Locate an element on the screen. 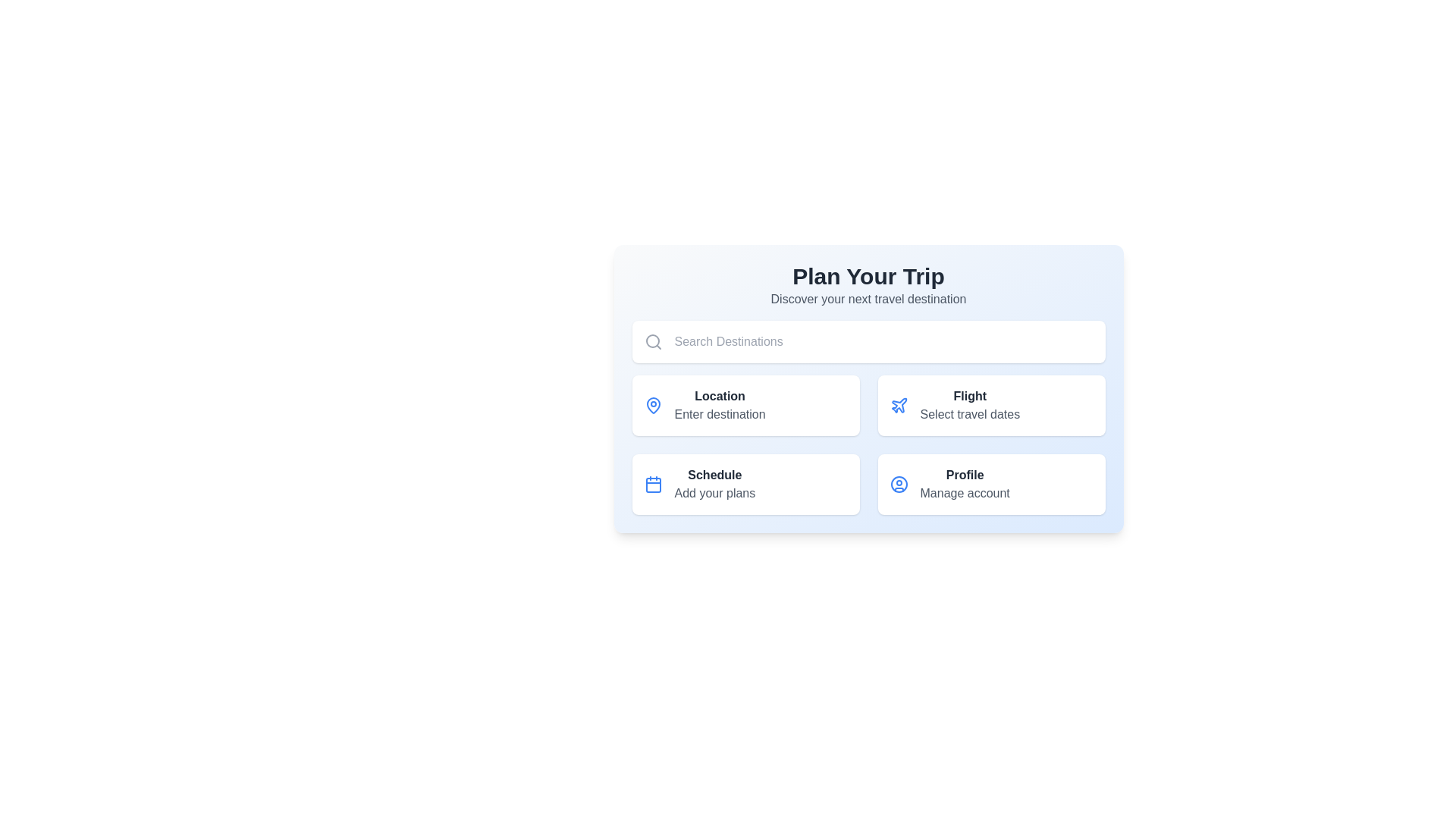  the text label providing information about the 'Schedule' feature, located directly below the 'Schedule' label in the bottom-left card of the interface is located at coordinates (714, 494).